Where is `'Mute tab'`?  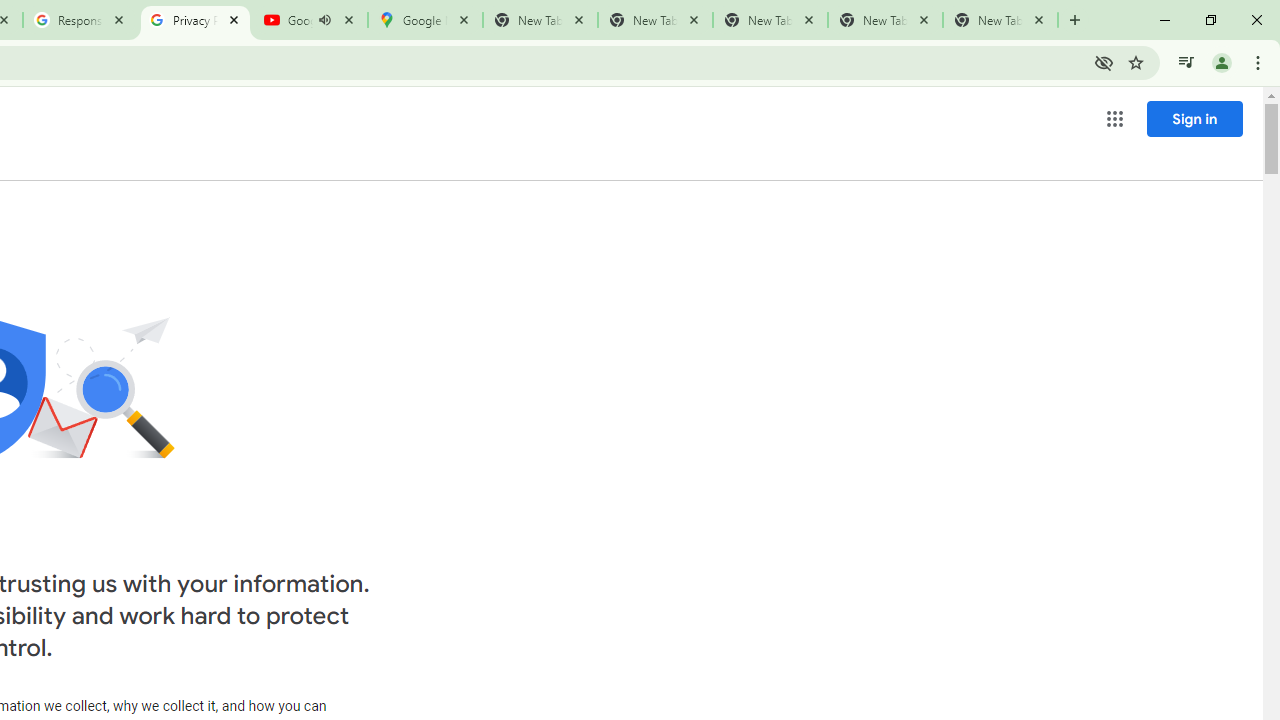 'Mute tab' is located at coordinates (325, 20).